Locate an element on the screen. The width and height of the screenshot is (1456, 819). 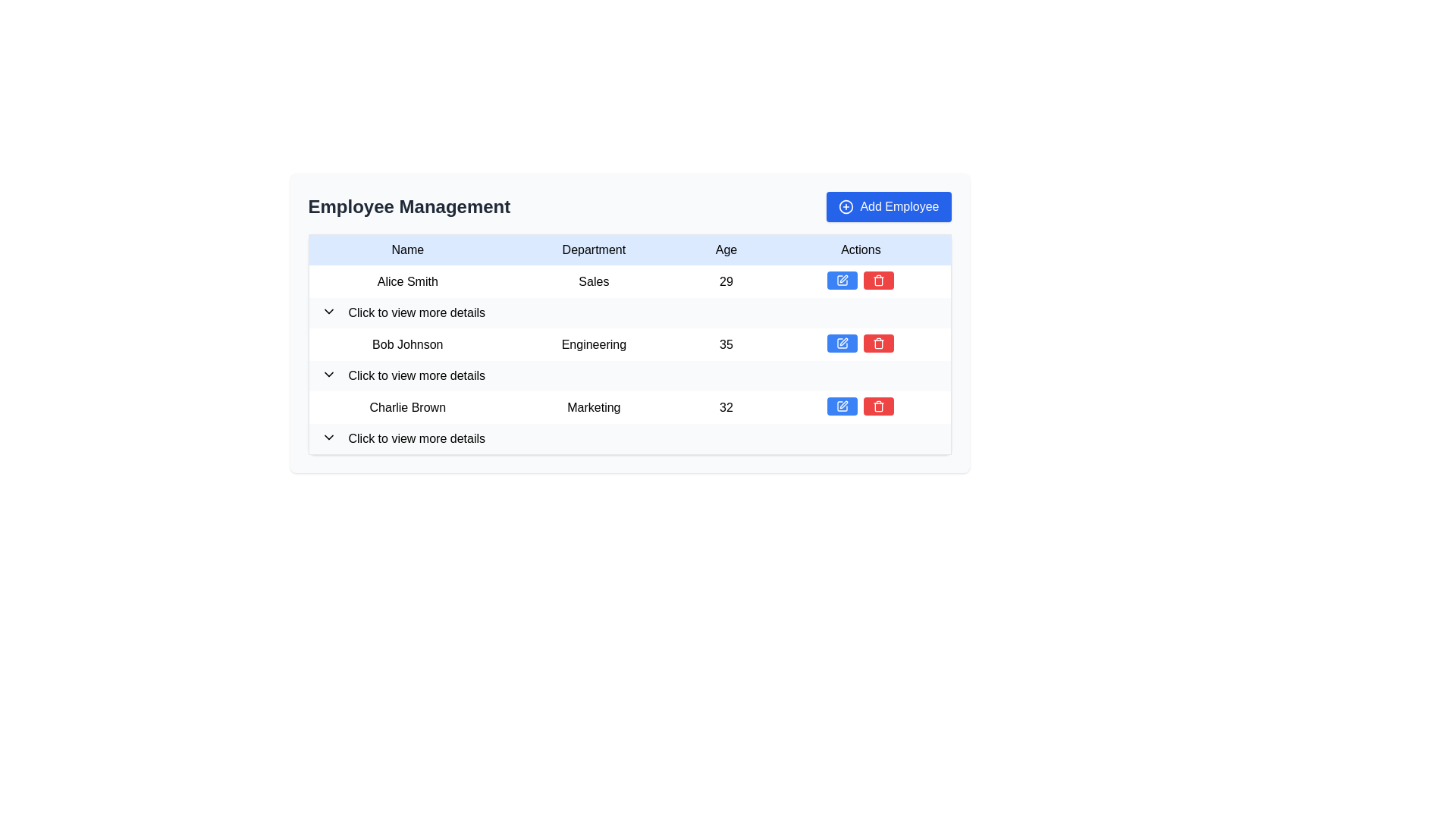
the edit icon in the Actions column of the first employee row for Alice Smith is located at coordinates (843, 278).